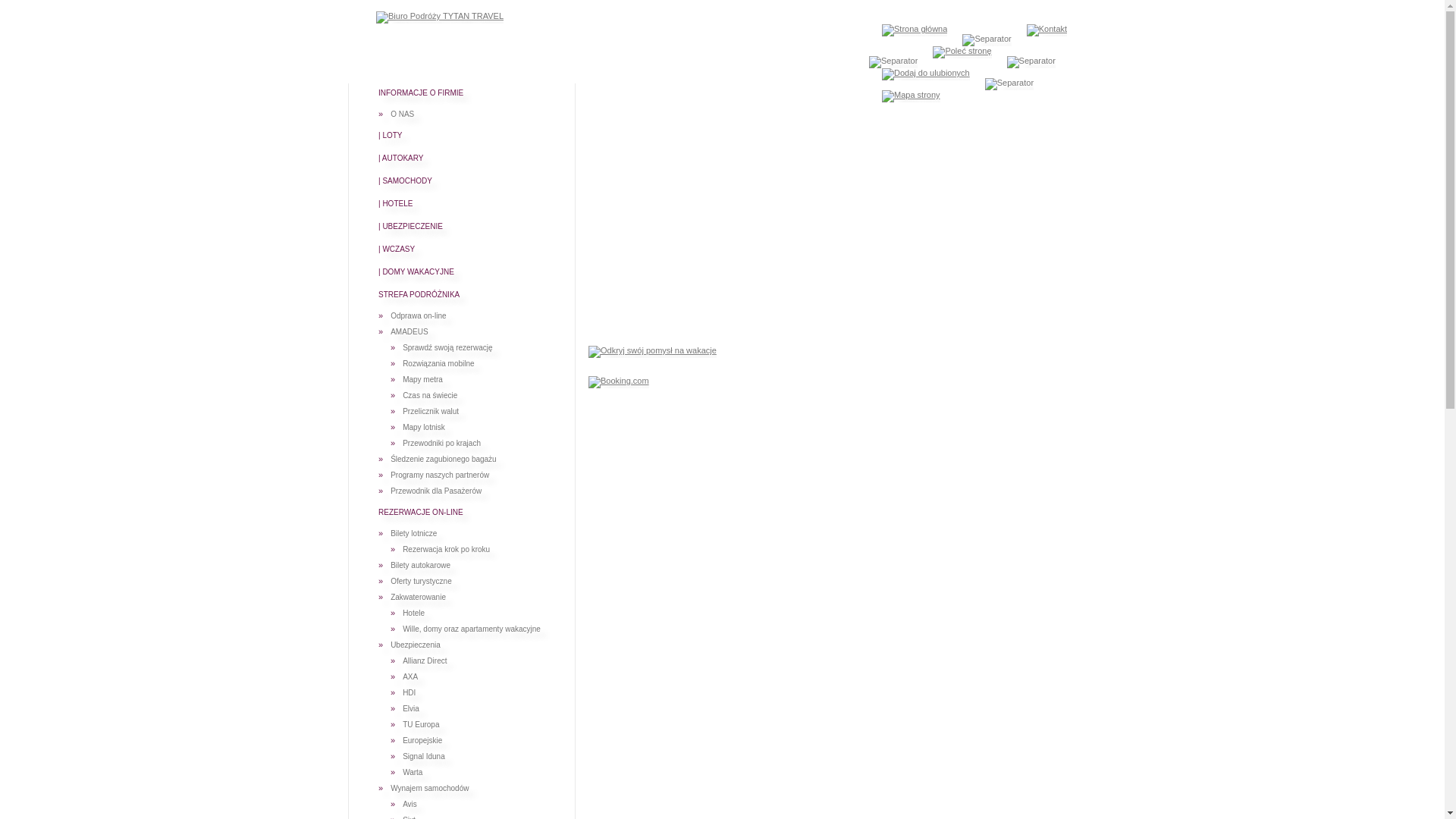 This screenshot has width=1456, height=819. What do you see at coordinates (390, 134) in the screenshot?
I see `'| LOTY'` at bounding box center [390, 134].